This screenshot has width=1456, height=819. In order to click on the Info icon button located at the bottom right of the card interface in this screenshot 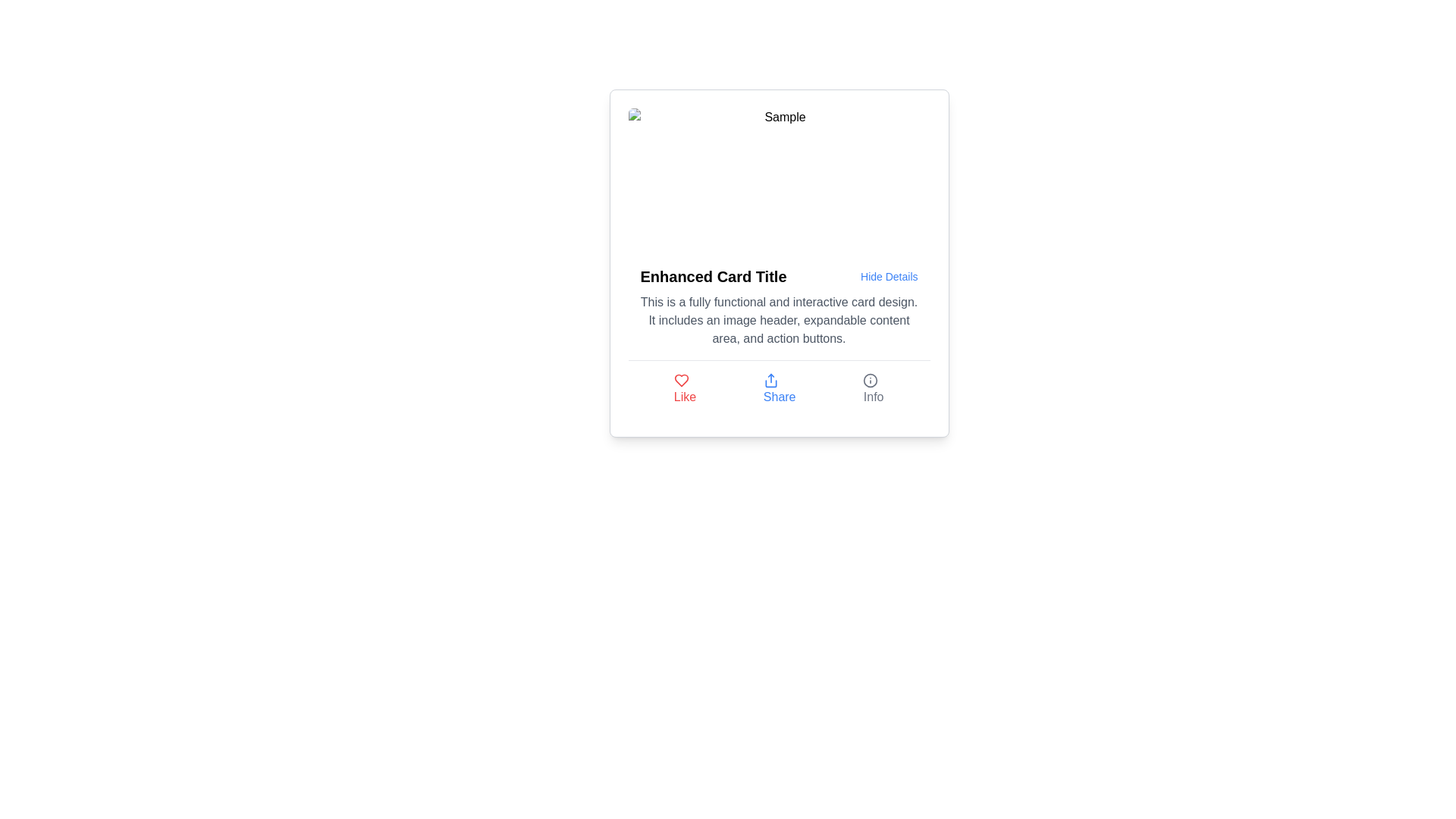, I will do `click(871, 379)`.